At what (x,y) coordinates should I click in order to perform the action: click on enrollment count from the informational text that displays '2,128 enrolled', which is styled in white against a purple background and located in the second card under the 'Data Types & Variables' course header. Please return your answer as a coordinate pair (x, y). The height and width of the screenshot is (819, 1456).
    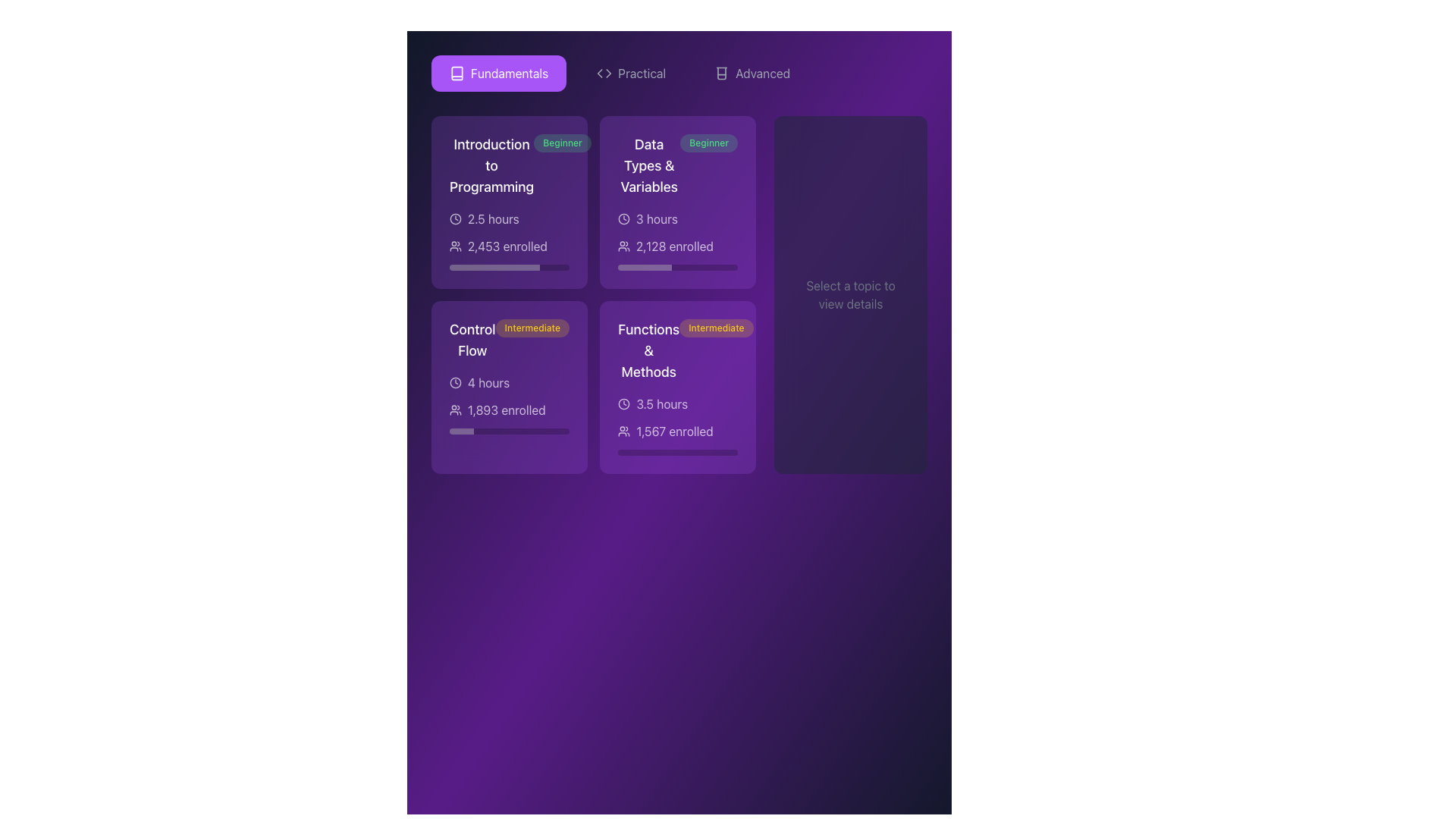
    Looking at the image, I should click on (673, 245).